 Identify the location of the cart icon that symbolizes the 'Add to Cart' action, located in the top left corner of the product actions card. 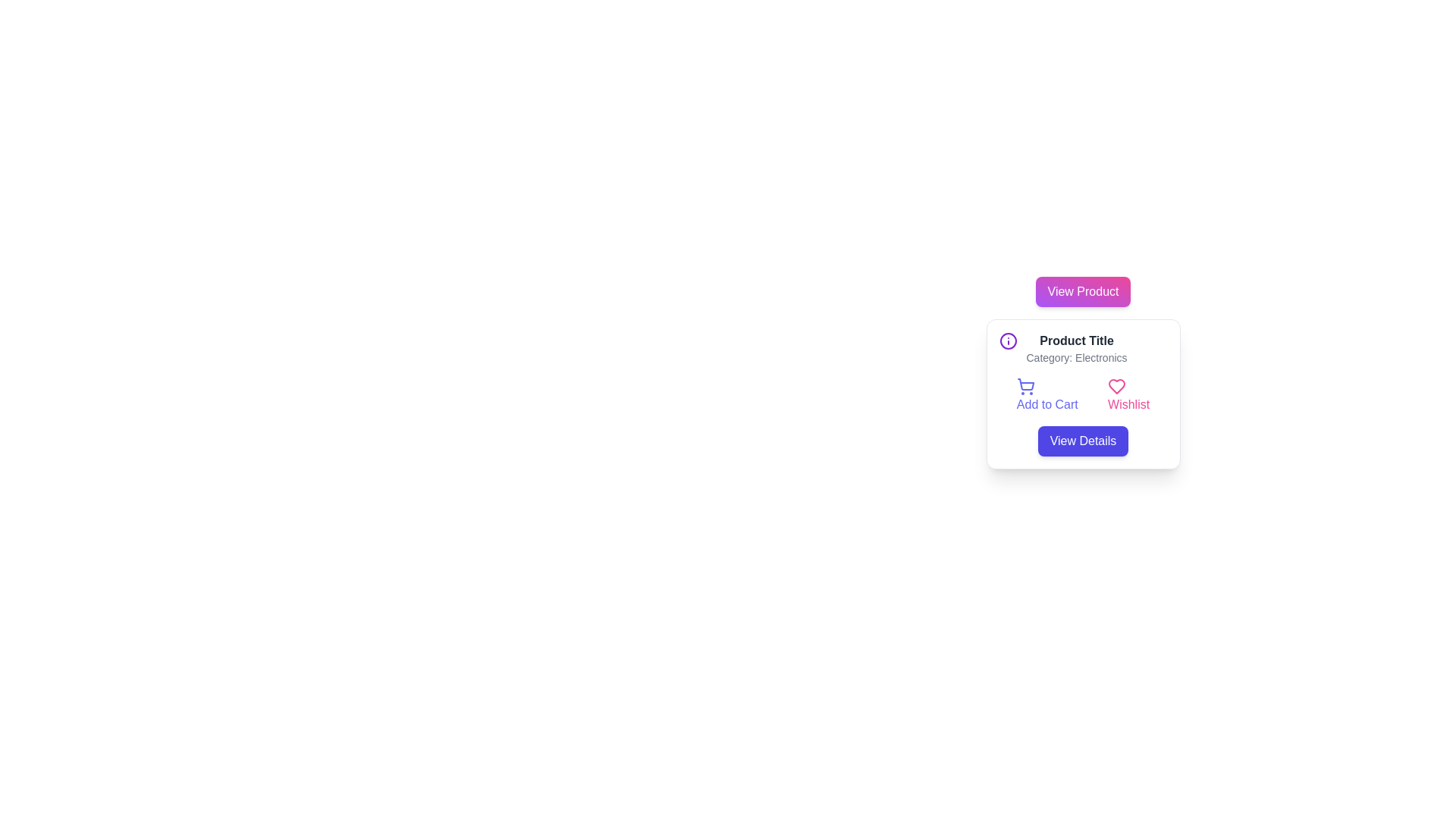
(1025, 385).